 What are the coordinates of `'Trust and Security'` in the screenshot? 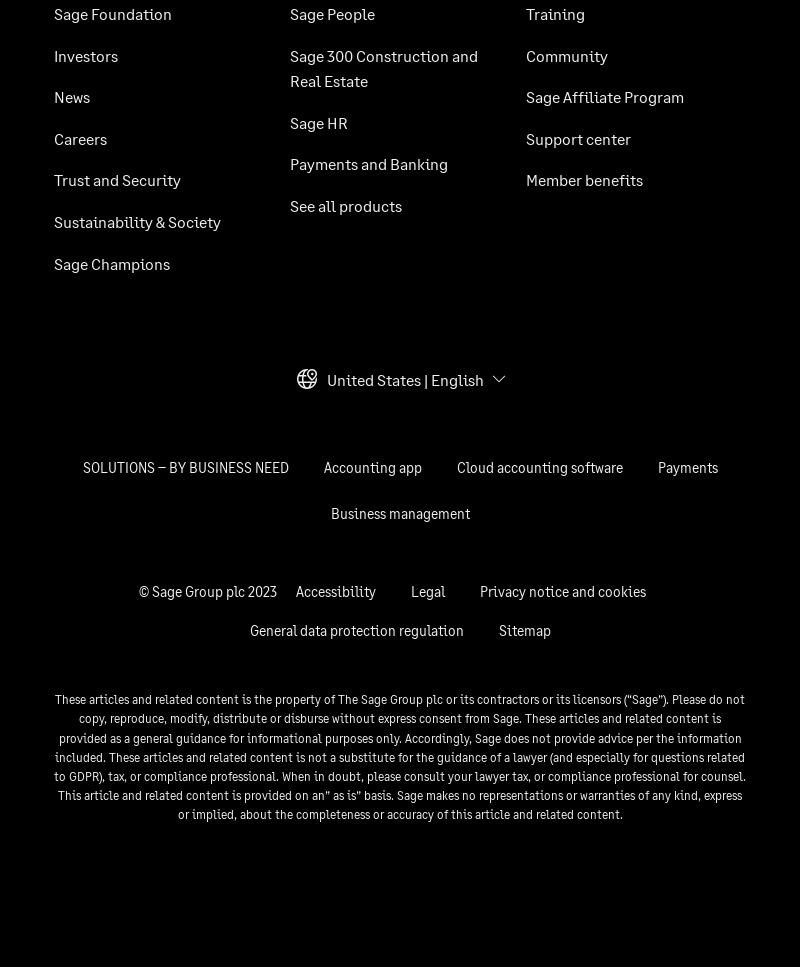 It's located at (53, 179).